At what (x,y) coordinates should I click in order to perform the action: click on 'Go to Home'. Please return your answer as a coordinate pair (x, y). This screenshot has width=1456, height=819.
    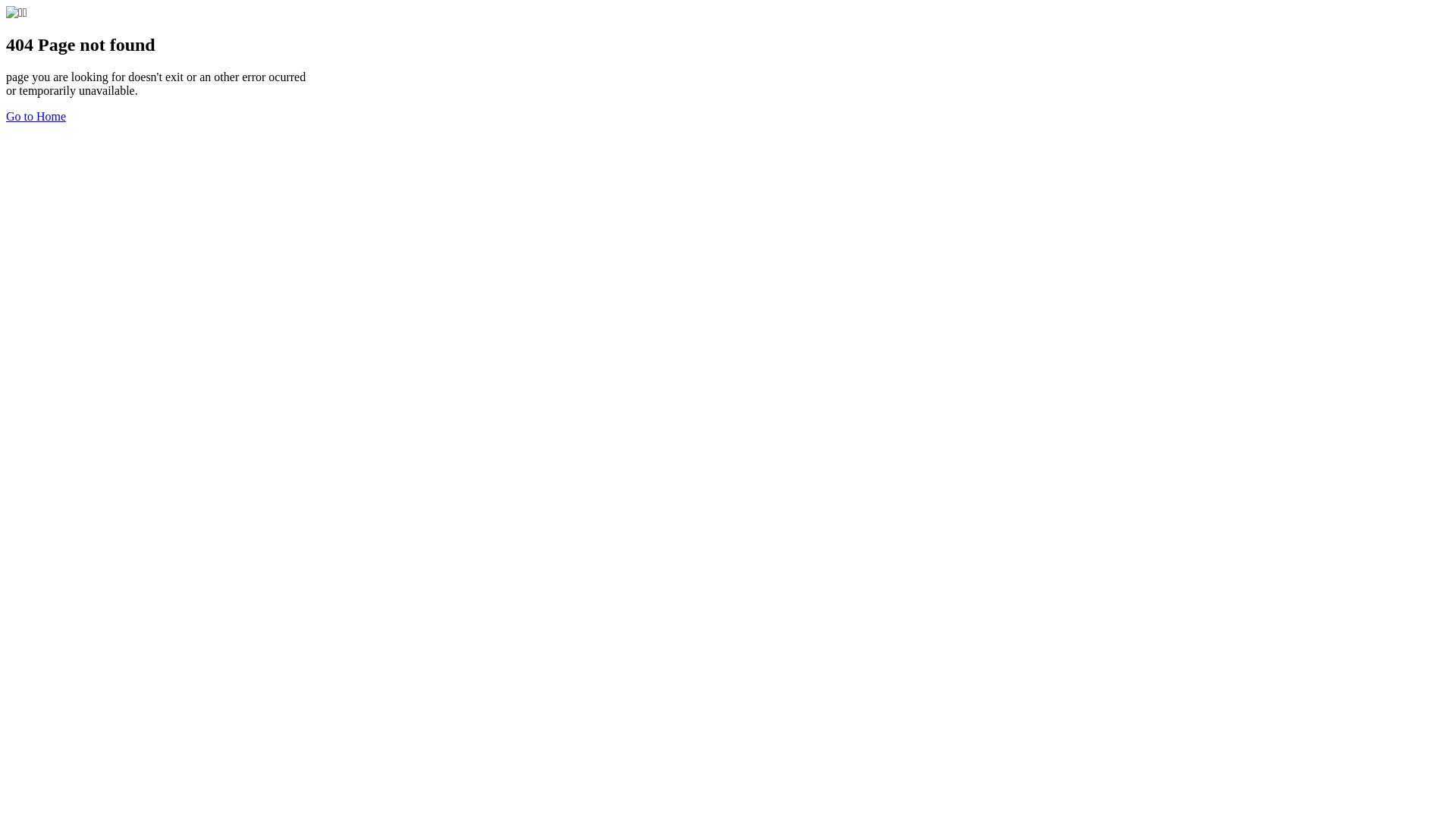
    Looking at the image, I should click on (36, 115).